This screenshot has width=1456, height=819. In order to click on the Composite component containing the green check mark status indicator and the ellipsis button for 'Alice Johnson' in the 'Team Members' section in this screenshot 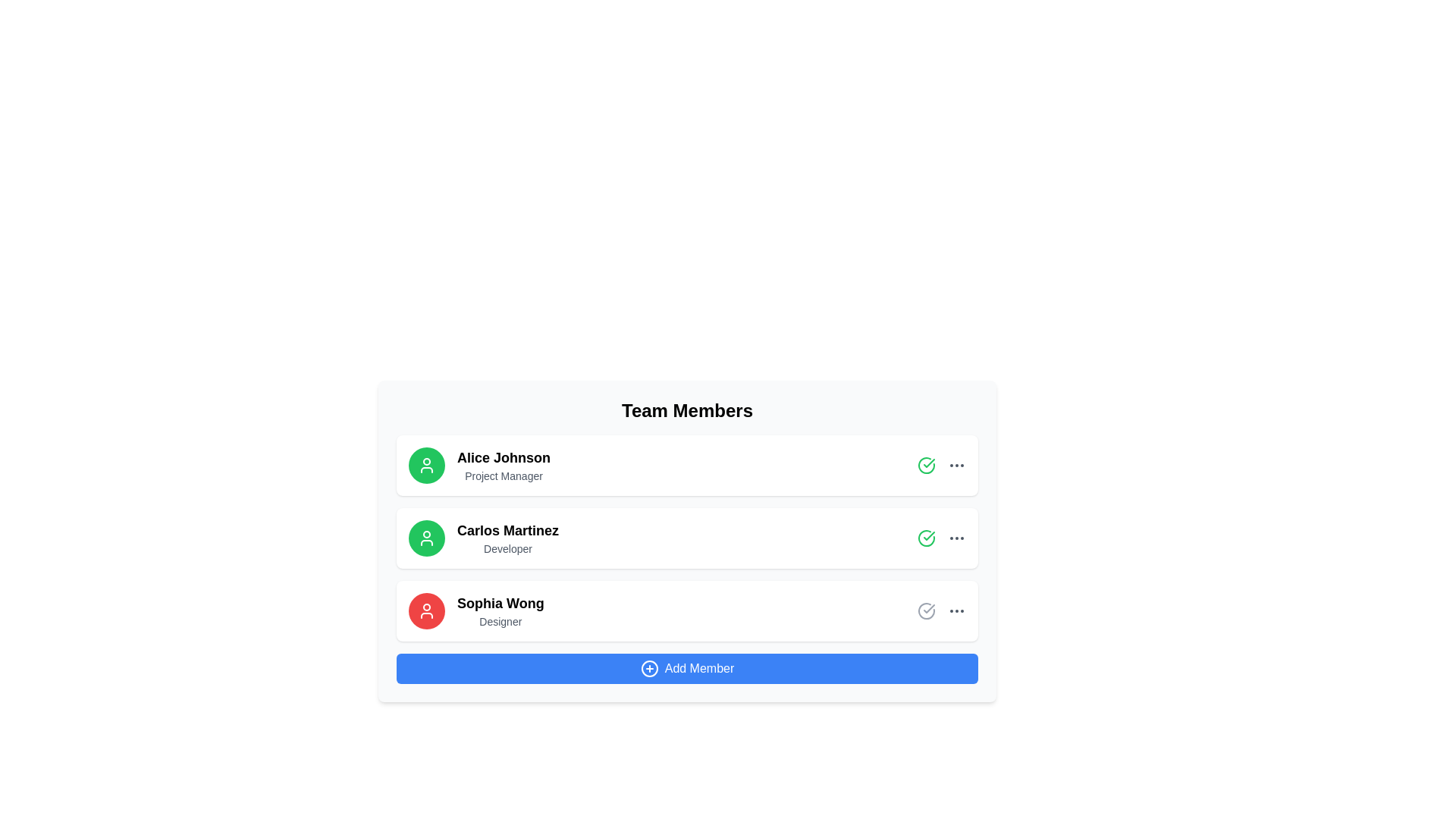, I will do `click(941, 464)`.